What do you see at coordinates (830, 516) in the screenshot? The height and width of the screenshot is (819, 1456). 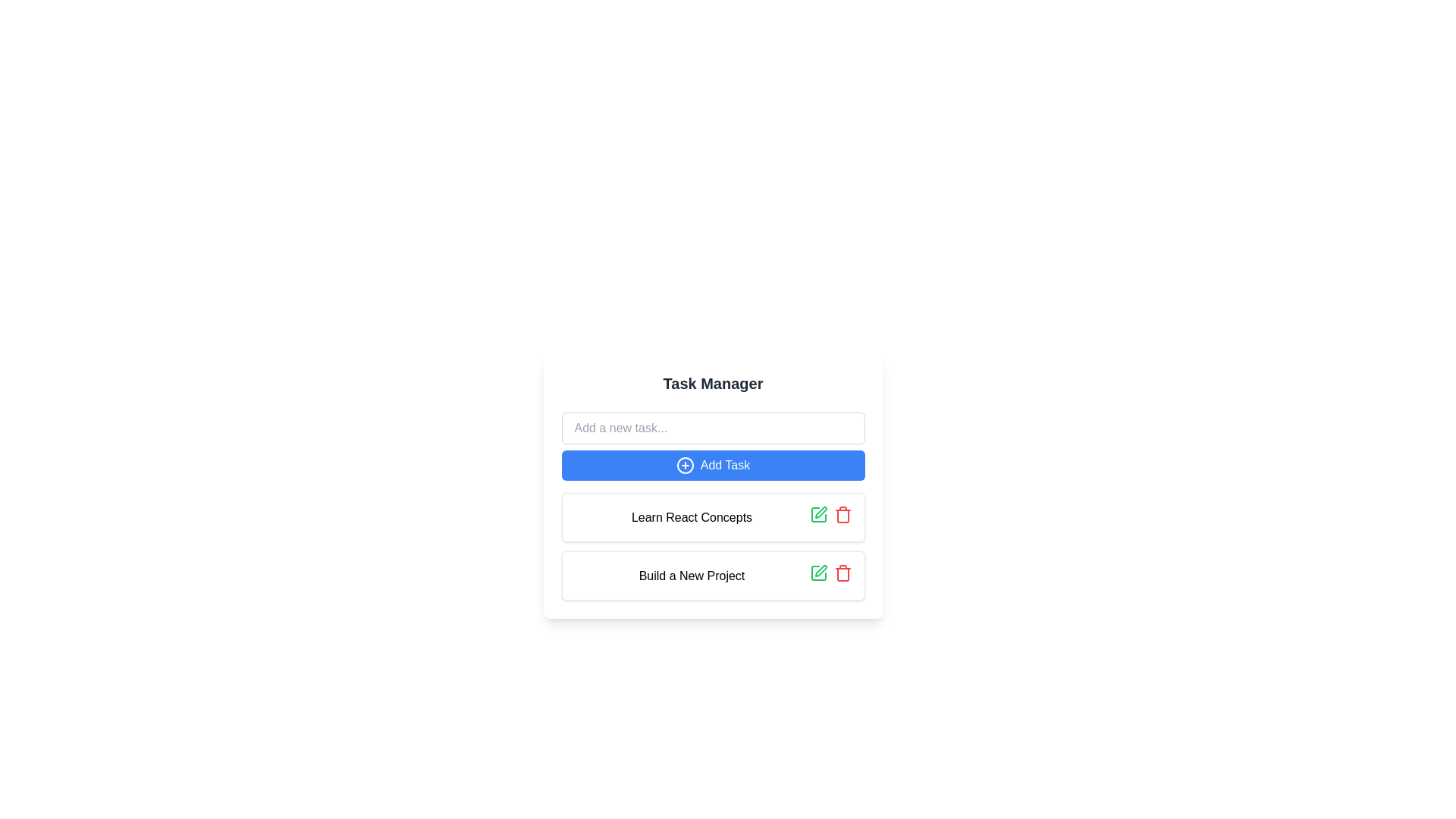 I see `the group of interactive icons consisting of a green pencil icon and a red trash can icon located in the top-right section of the 'Learn React Concepts' task card` at bounding box center [830, 516].